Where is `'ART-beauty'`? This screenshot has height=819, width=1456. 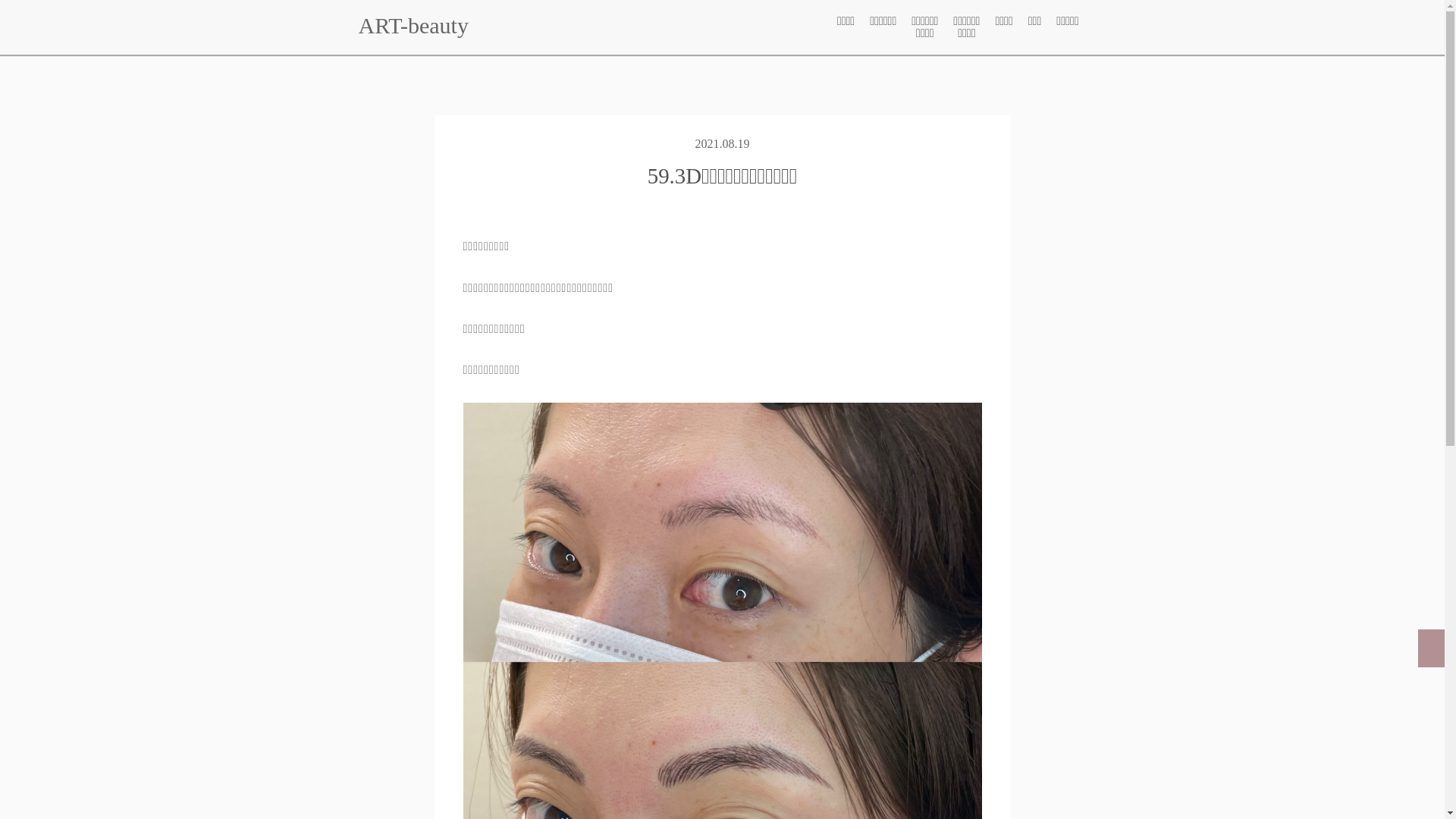 'ART-beauty' is located at coordinates (413, 25).